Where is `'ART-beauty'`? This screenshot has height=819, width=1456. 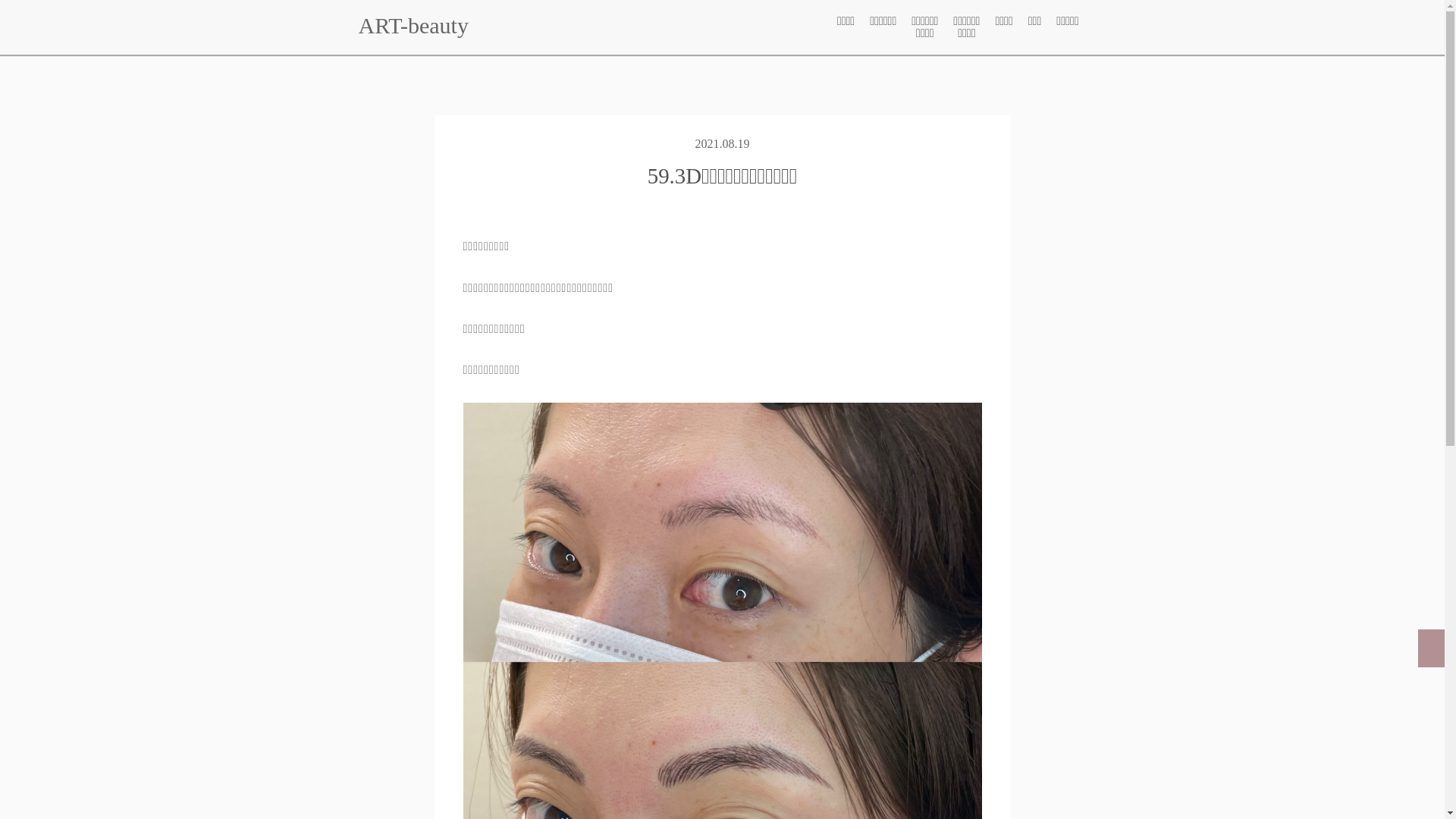 'ART-beauty' is located at coordinates (413, 25).